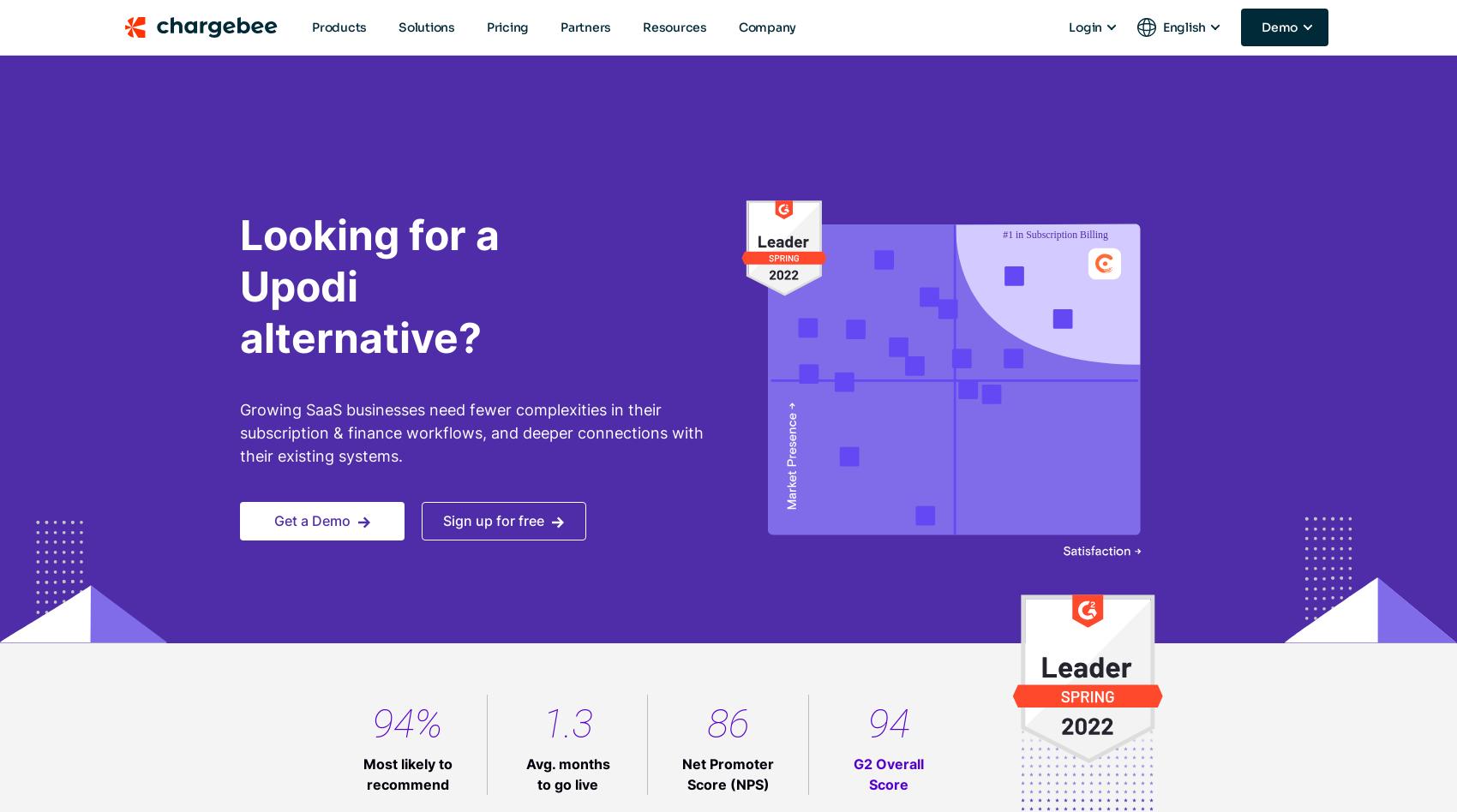 The width and height of the screenshot is (1457, 812). I want to click on 'Accept all', so click(809, 619).